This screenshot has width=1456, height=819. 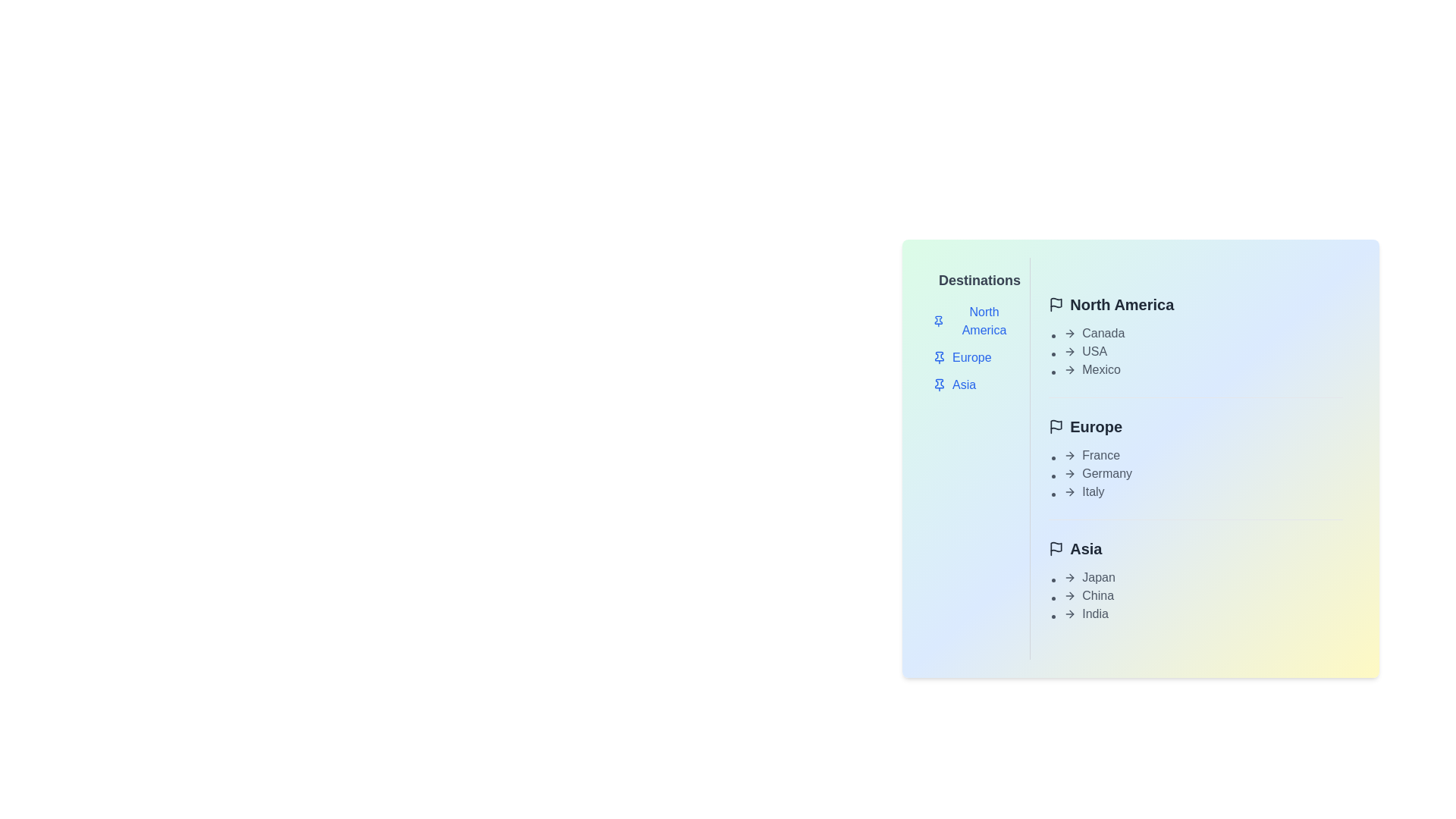 I want to click on the 'Italy' hyperlink in the navigation menu, so click(x=1203, y=491).